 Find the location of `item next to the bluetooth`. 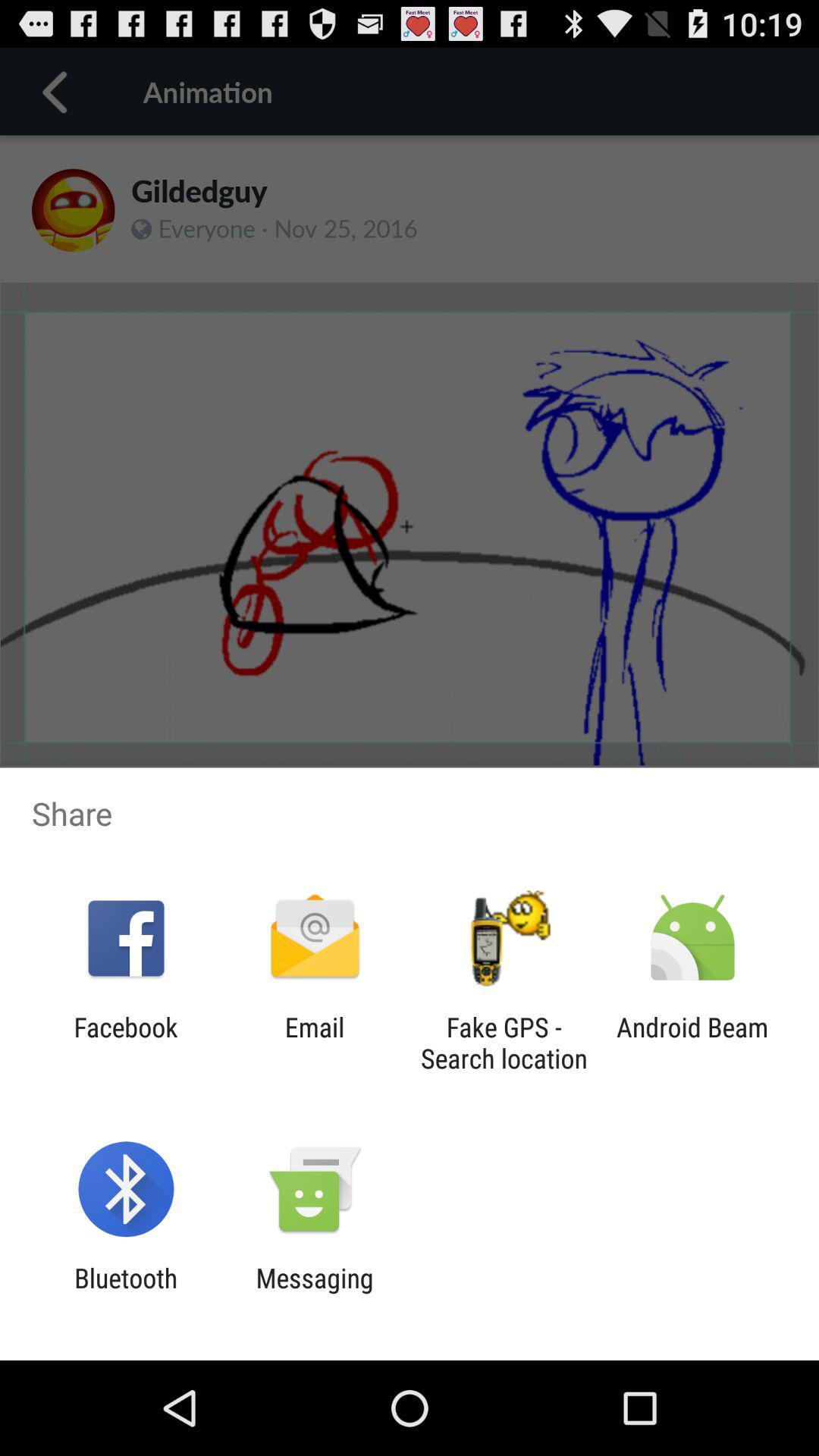

item next to the bluetooth is located at coordinates (314, 1293).